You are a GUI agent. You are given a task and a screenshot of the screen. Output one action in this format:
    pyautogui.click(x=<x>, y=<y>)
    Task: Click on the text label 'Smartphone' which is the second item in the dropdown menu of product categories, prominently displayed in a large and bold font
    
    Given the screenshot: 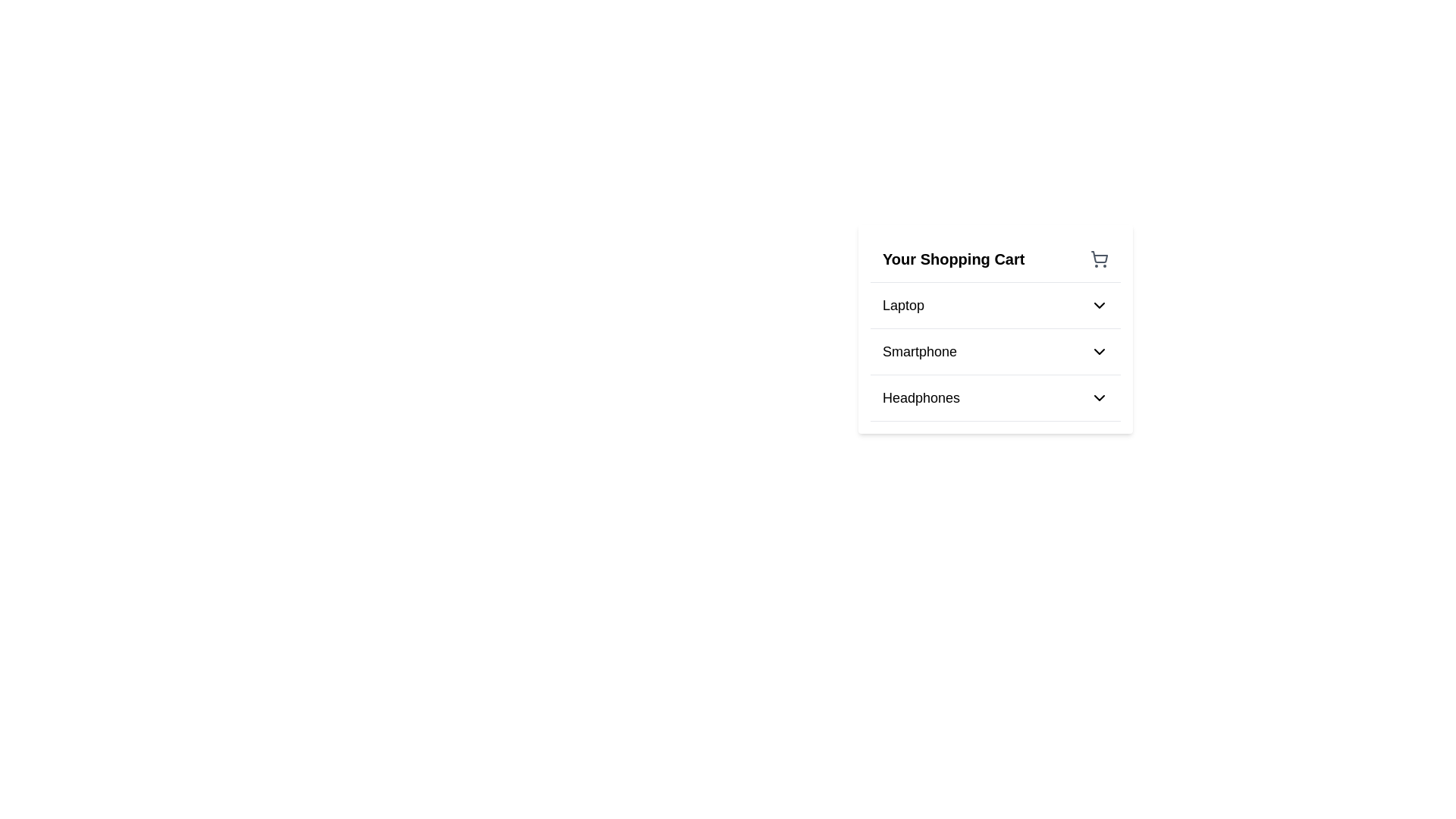 What is the action you would take?
    pyautogui.click(x=919, y=351)
    